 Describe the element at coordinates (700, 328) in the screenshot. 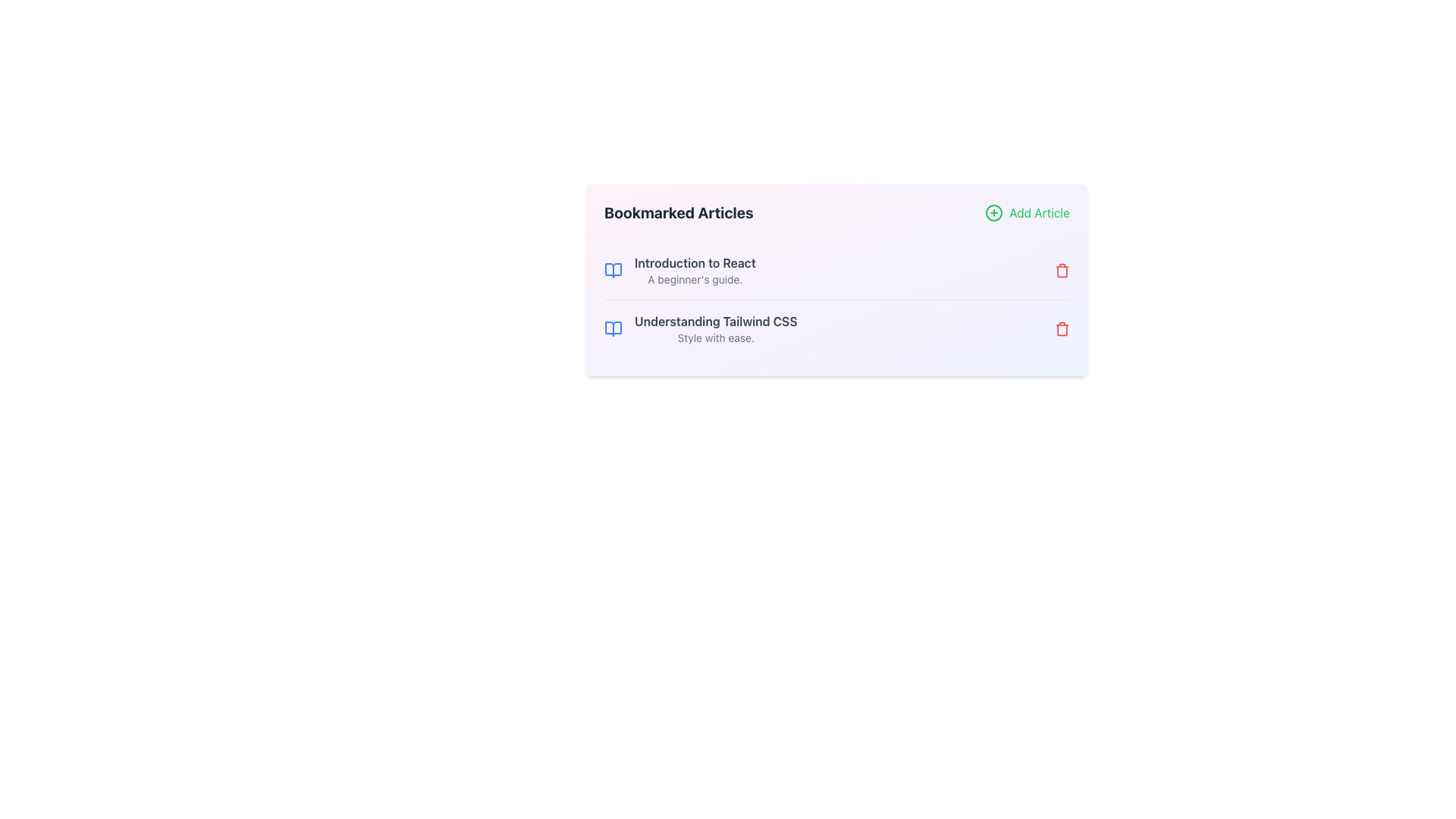

I see `the bookmarked article titled 'Understanding Tailwind CSS'` at that location.